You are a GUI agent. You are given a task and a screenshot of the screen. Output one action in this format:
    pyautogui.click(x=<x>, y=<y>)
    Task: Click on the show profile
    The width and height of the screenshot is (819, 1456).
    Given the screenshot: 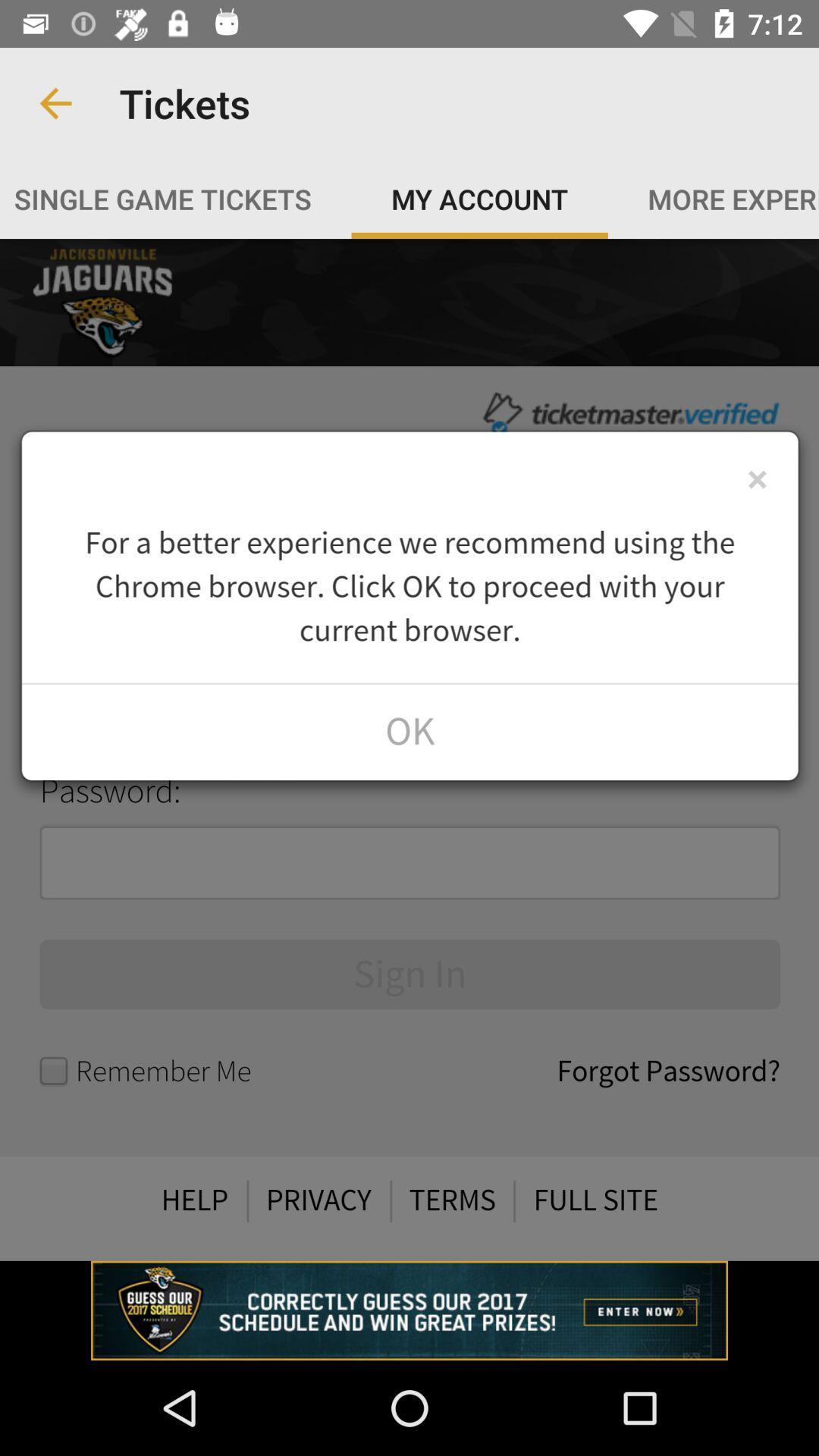 What is the action you would take?
    pyautogui.click(x=409, y=749)
    